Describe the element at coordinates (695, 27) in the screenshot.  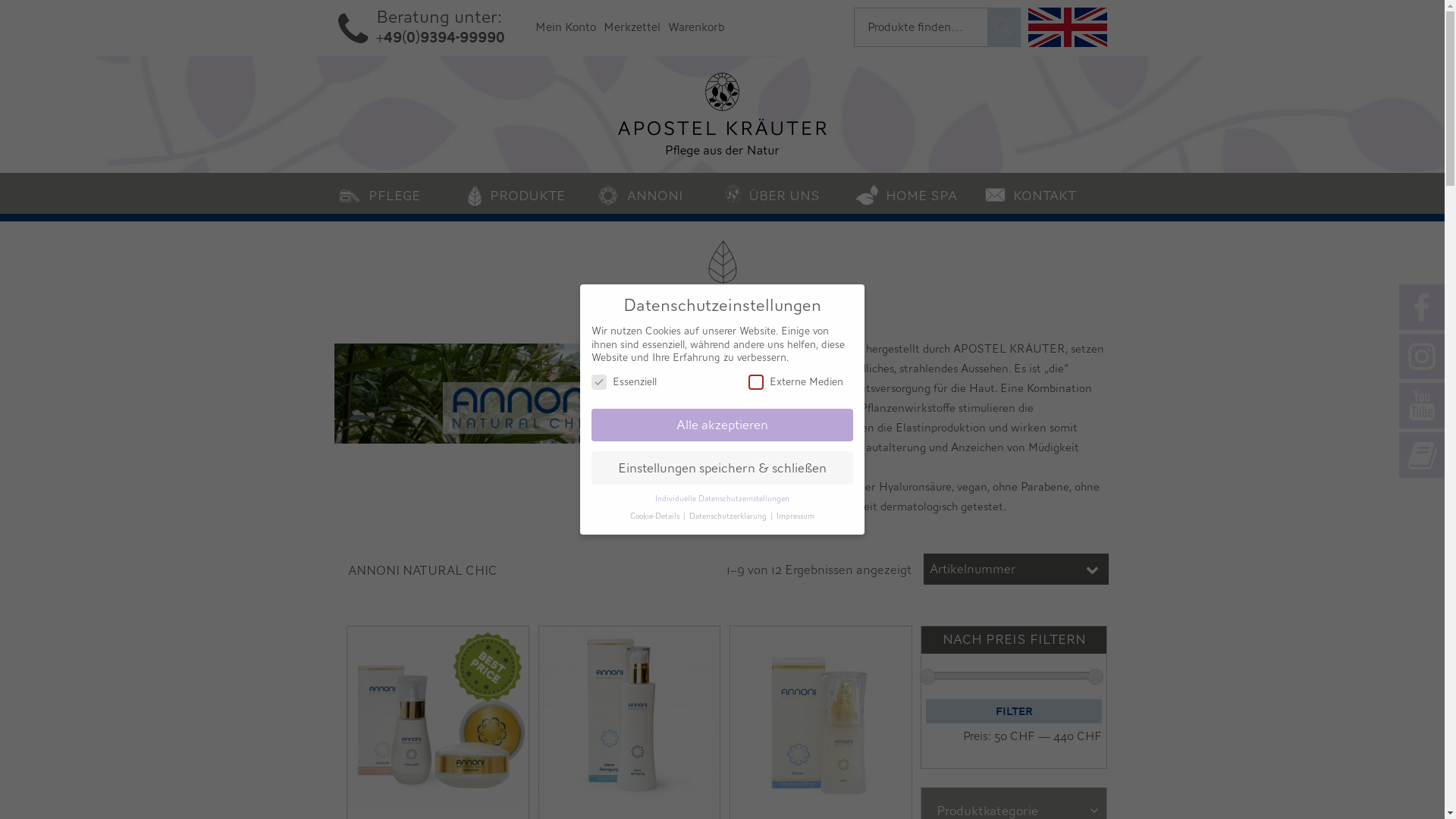
I see `'Warenkorb'` at that location.